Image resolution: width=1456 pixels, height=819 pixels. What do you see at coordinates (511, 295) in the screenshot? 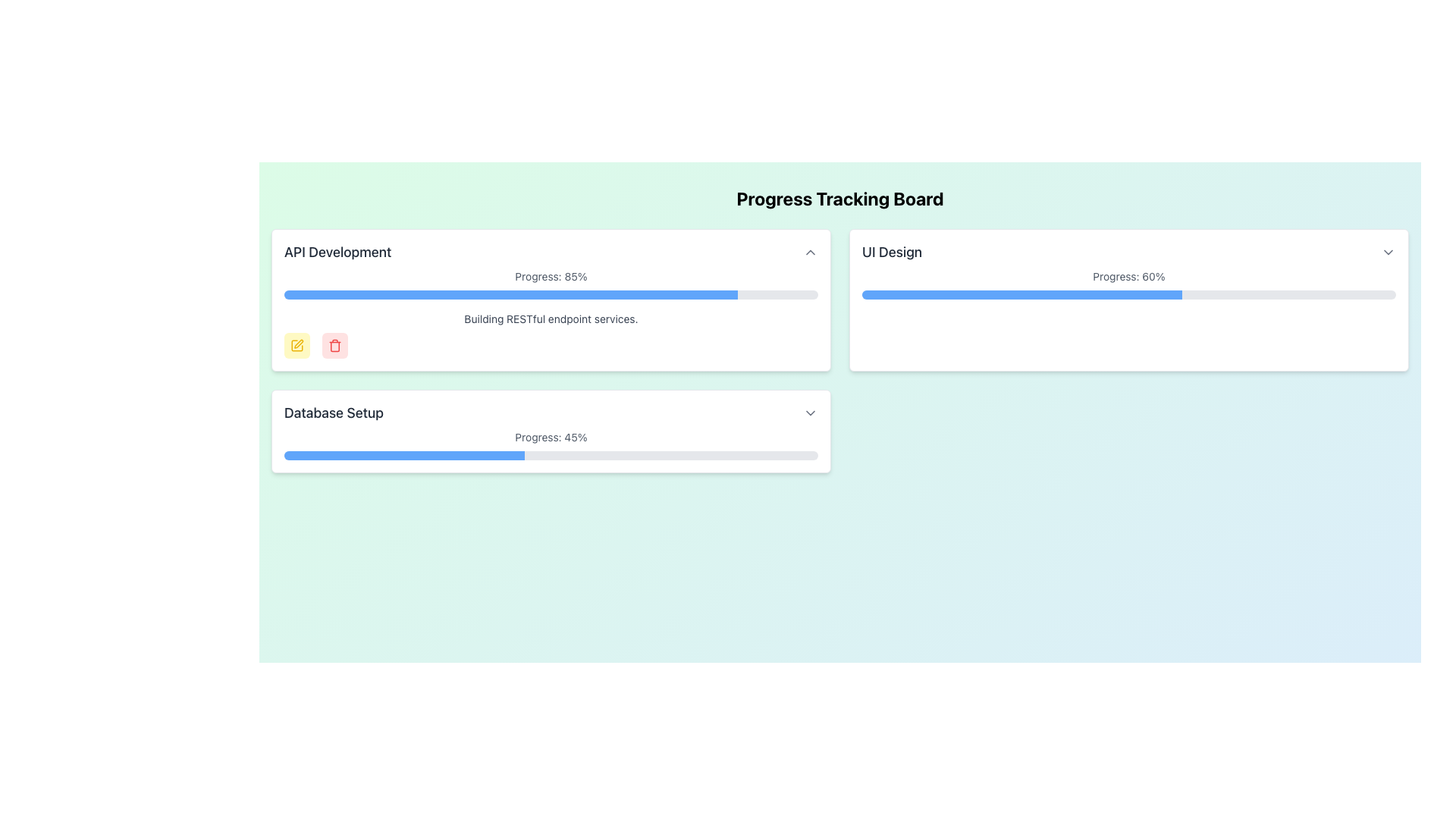
I see `the progress bar indicating 85% completion status within the 'API Development' card located in the upper-left quadrant of the interface` at bounding box center [511, 295].